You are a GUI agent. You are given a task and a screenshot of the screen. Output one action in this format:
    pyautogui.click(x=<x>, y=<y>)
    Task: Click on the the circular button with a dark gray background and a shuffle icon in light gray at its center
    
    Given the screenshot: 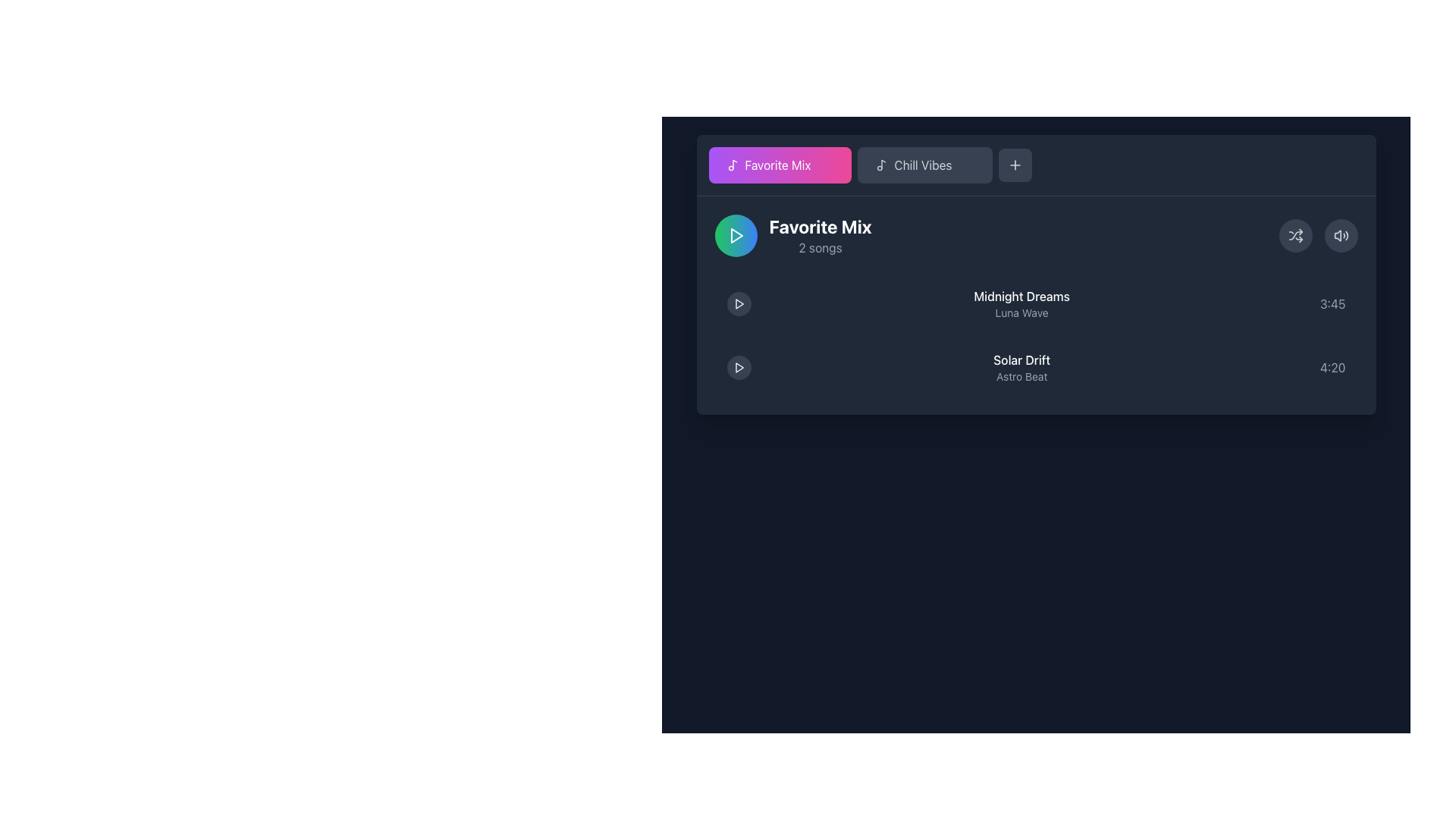 What is the action you would take?
    pyautogui.click(x=1294, y=236)
    